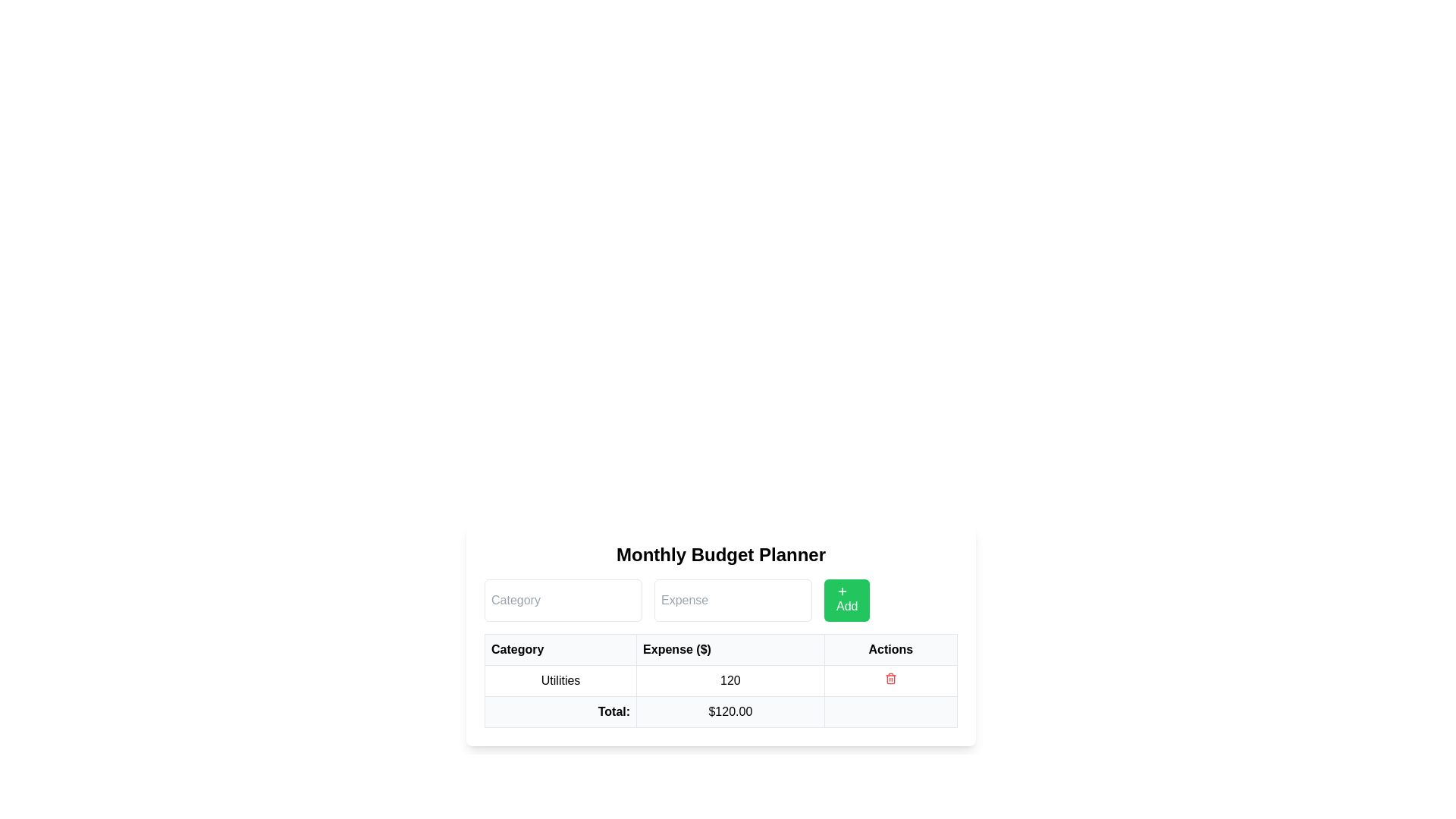  What do you see at coordinates (733, 599) in the screenshot?
I see `the numeric input field for expense amounts by tabbing from the previous element, which is the 'Category' input box` at bounding box center [733, 599].